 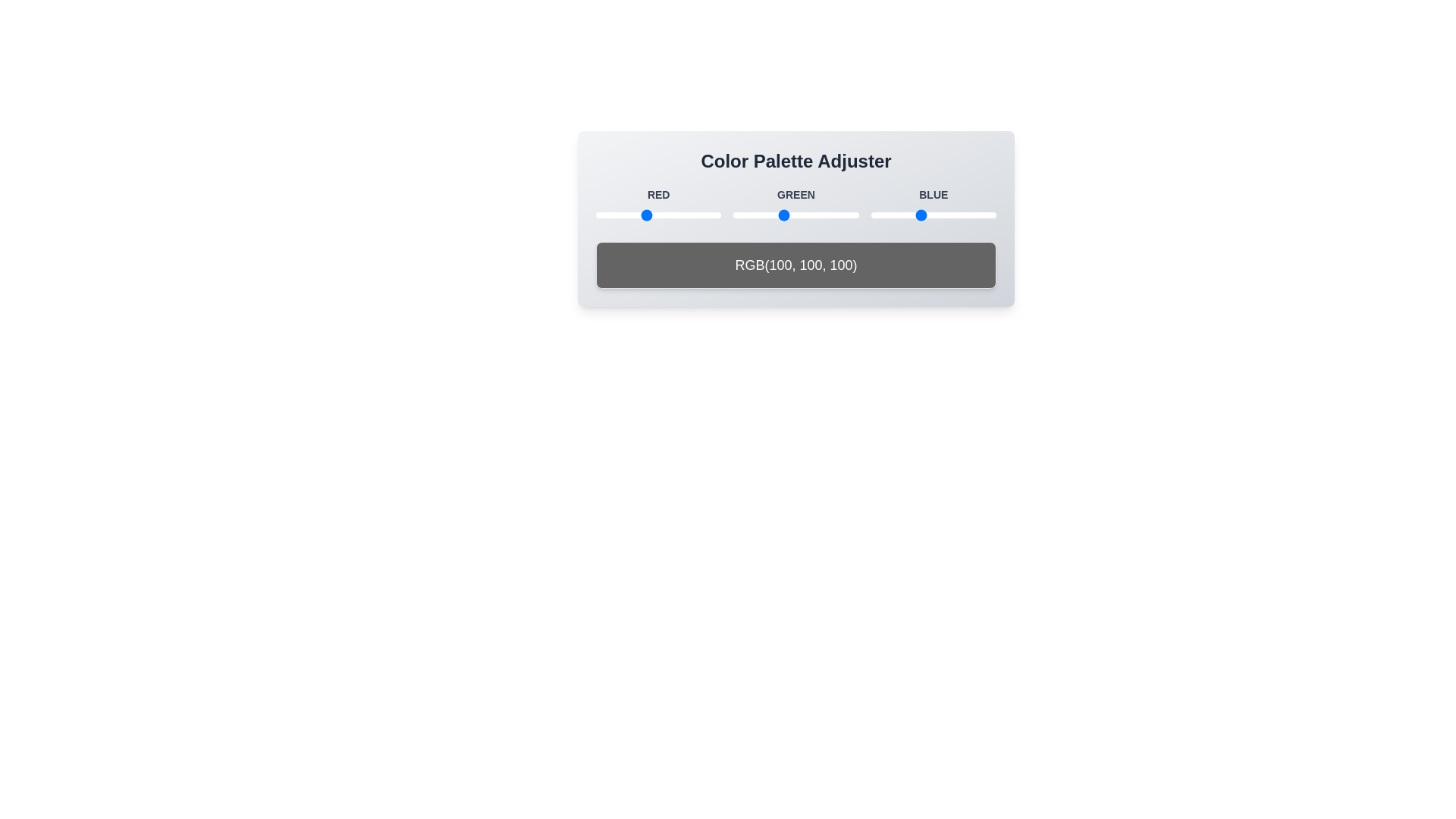 What do you see at coordinates (602, 215) in the screenshot?
I see `the red color slider to 15` at bounding box center [602, 215].